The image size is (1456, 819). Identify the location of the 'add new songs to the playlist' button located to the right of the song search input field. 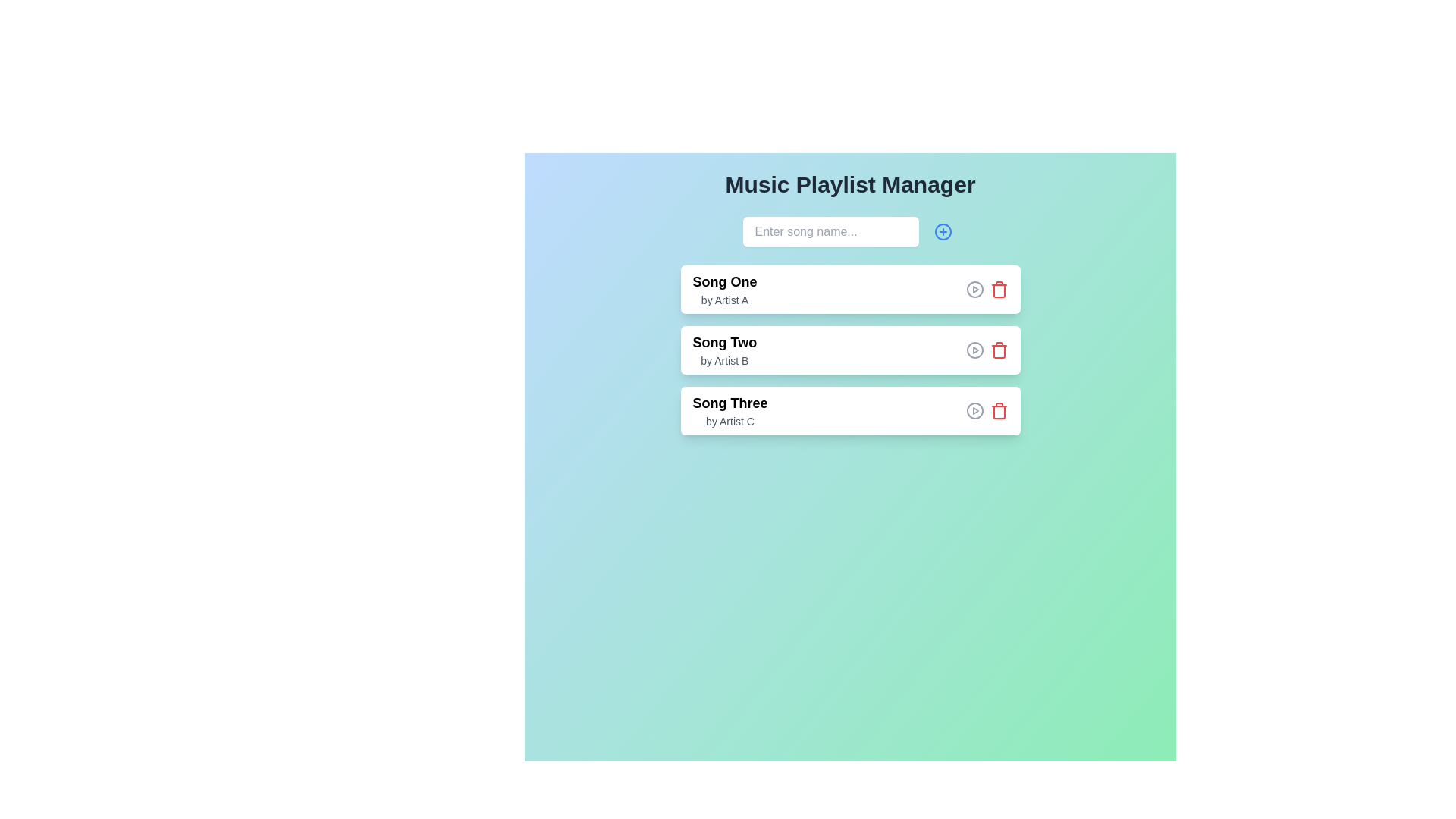
(942, 231).